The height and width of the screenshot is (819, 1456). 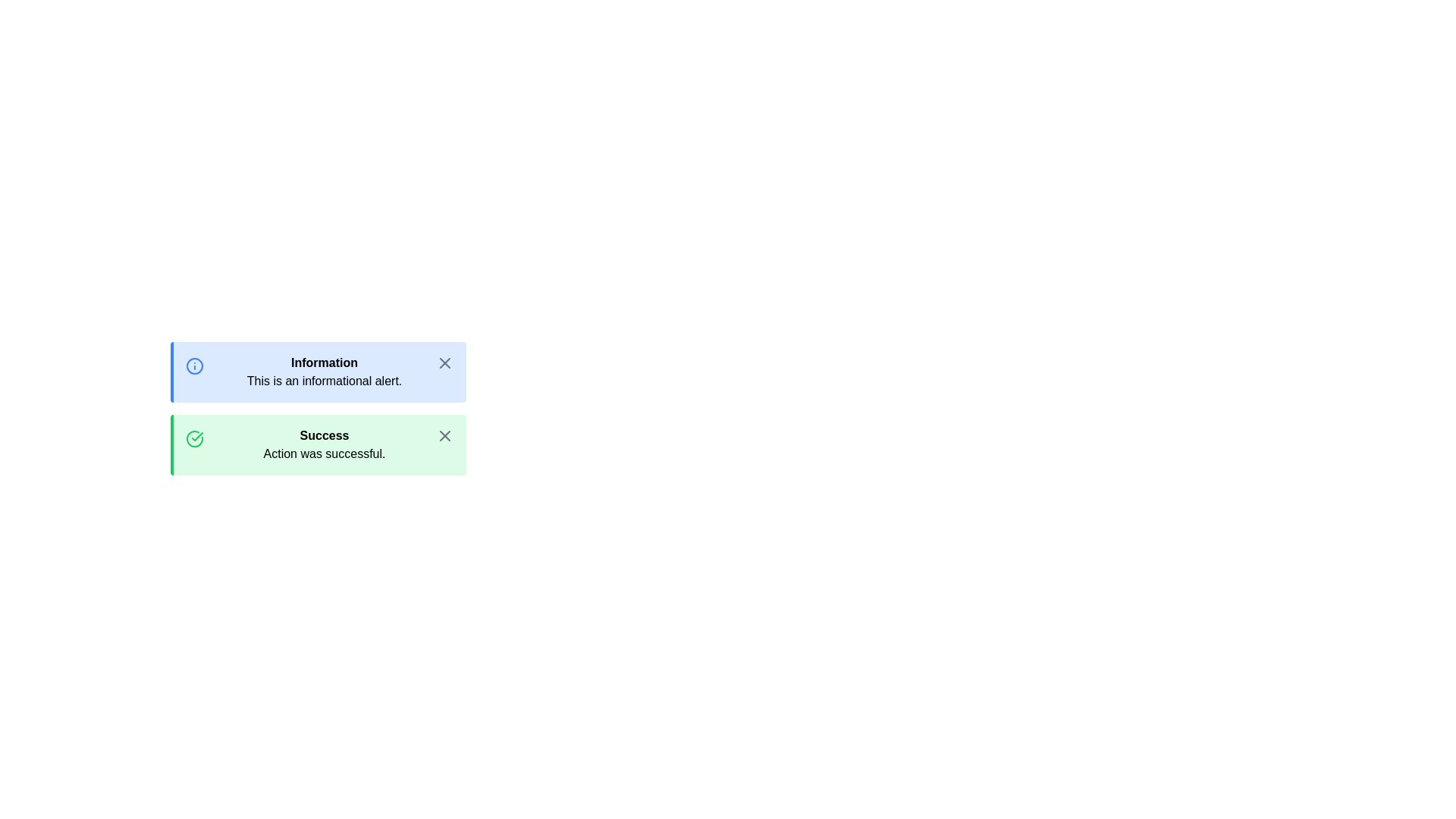 I want to click on information displayed in the first alert box, which is styled to notify users with a message and is positioned above a green 'Success' alert box, so click(x=318, y=372).